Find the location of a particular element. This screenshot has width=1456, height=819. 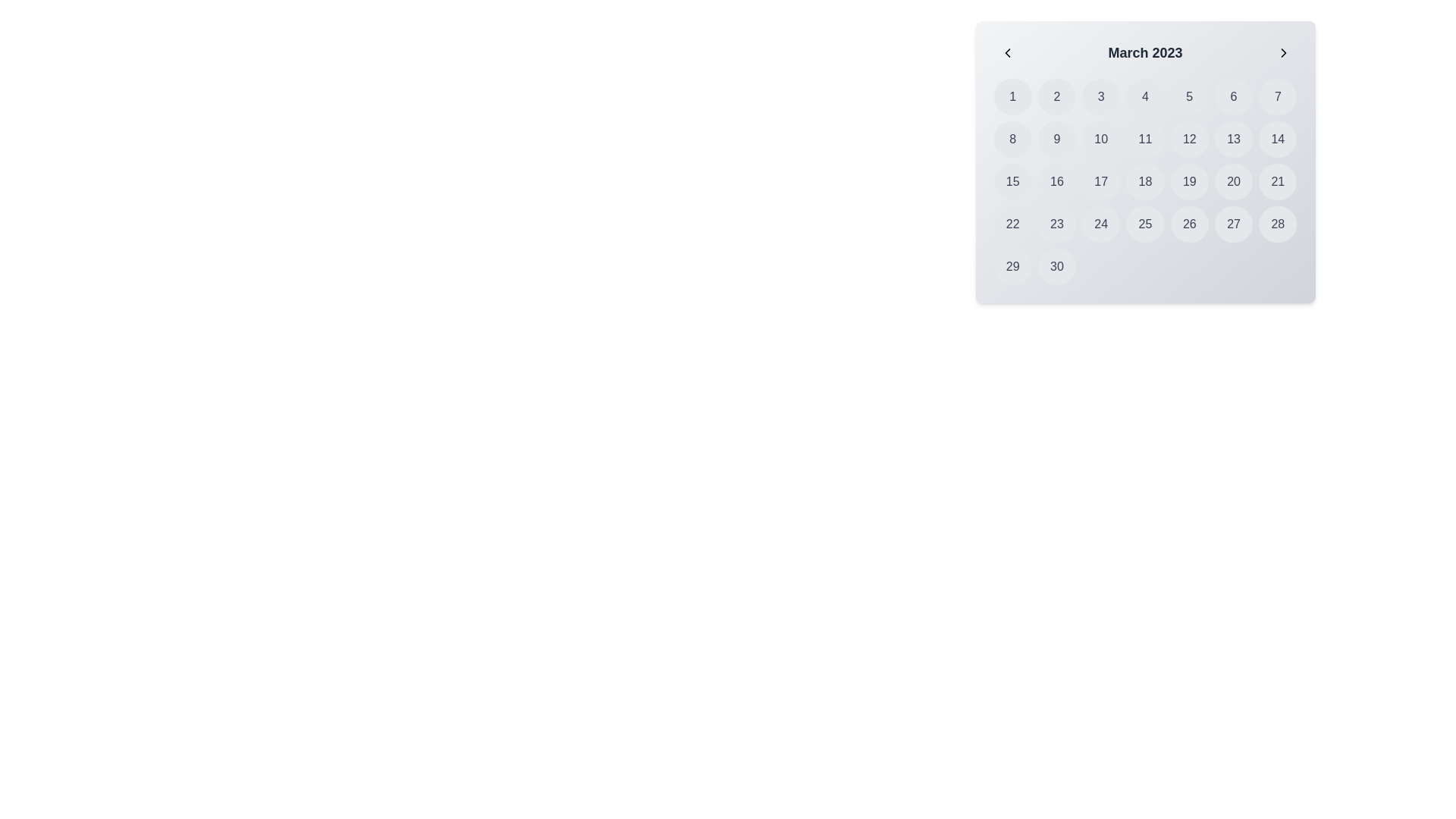

the circular button displaying the number '13' with a light gray background, located in the second row and sixth column of a grid under the title 'March 2023' is located at coordinates (1234, 140).